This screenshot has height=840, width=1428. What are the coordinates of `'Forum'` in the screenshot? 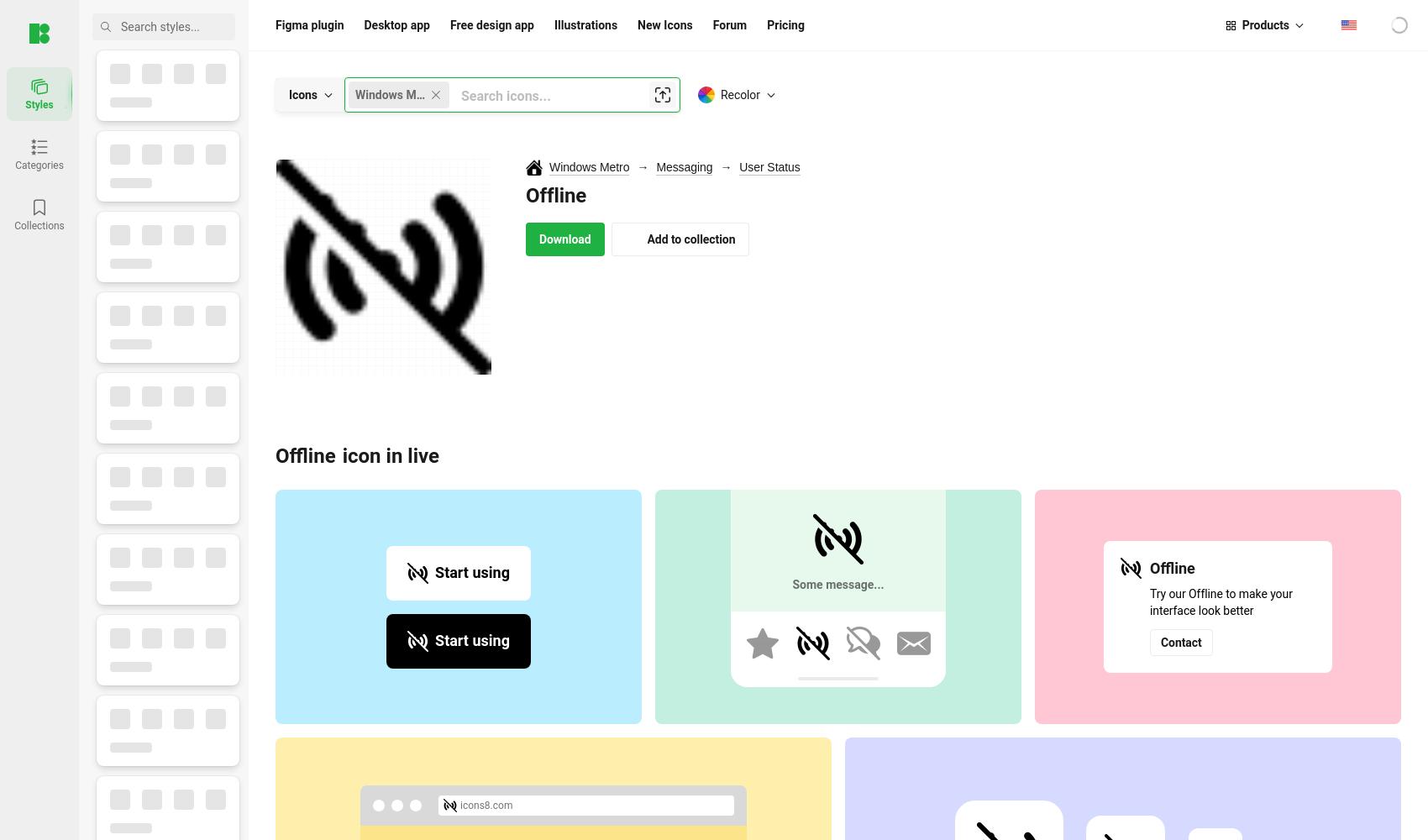 It's located at (729, 25).